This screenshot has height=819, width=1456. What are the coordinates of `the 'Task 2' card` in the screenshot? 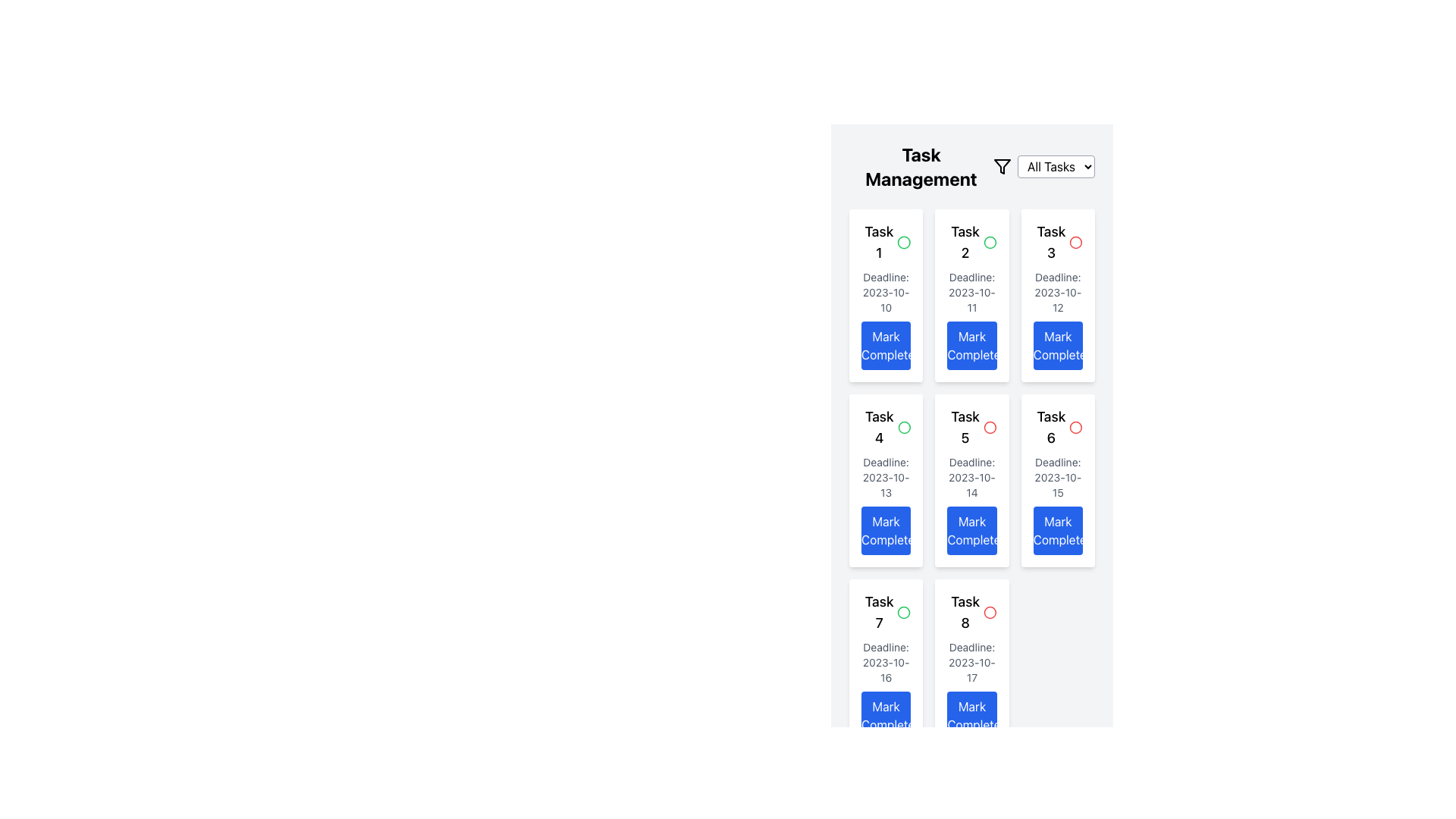 It's located at (971, 295).